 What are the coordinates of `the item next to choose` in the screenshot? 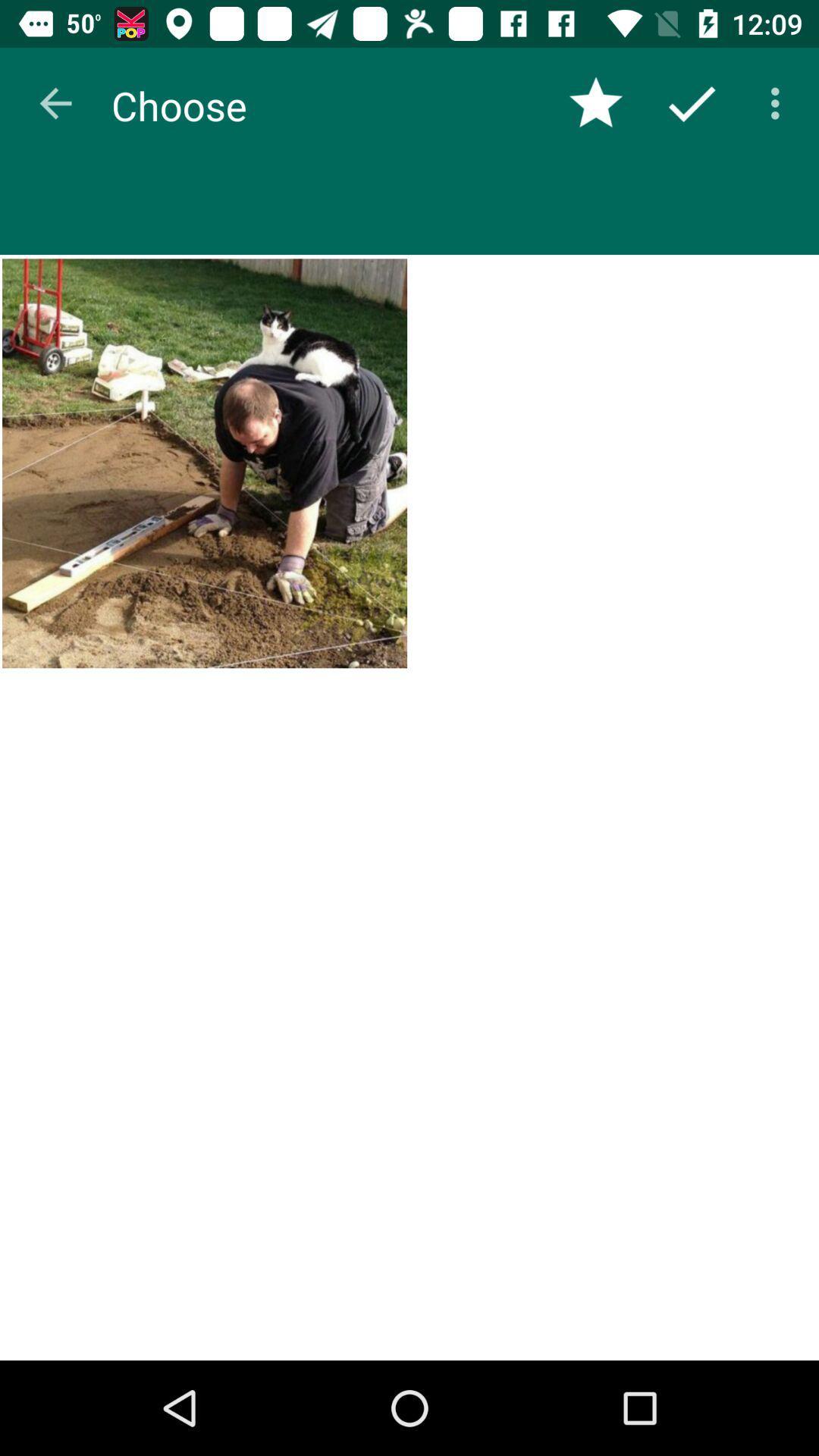 It's located at (595, 102).